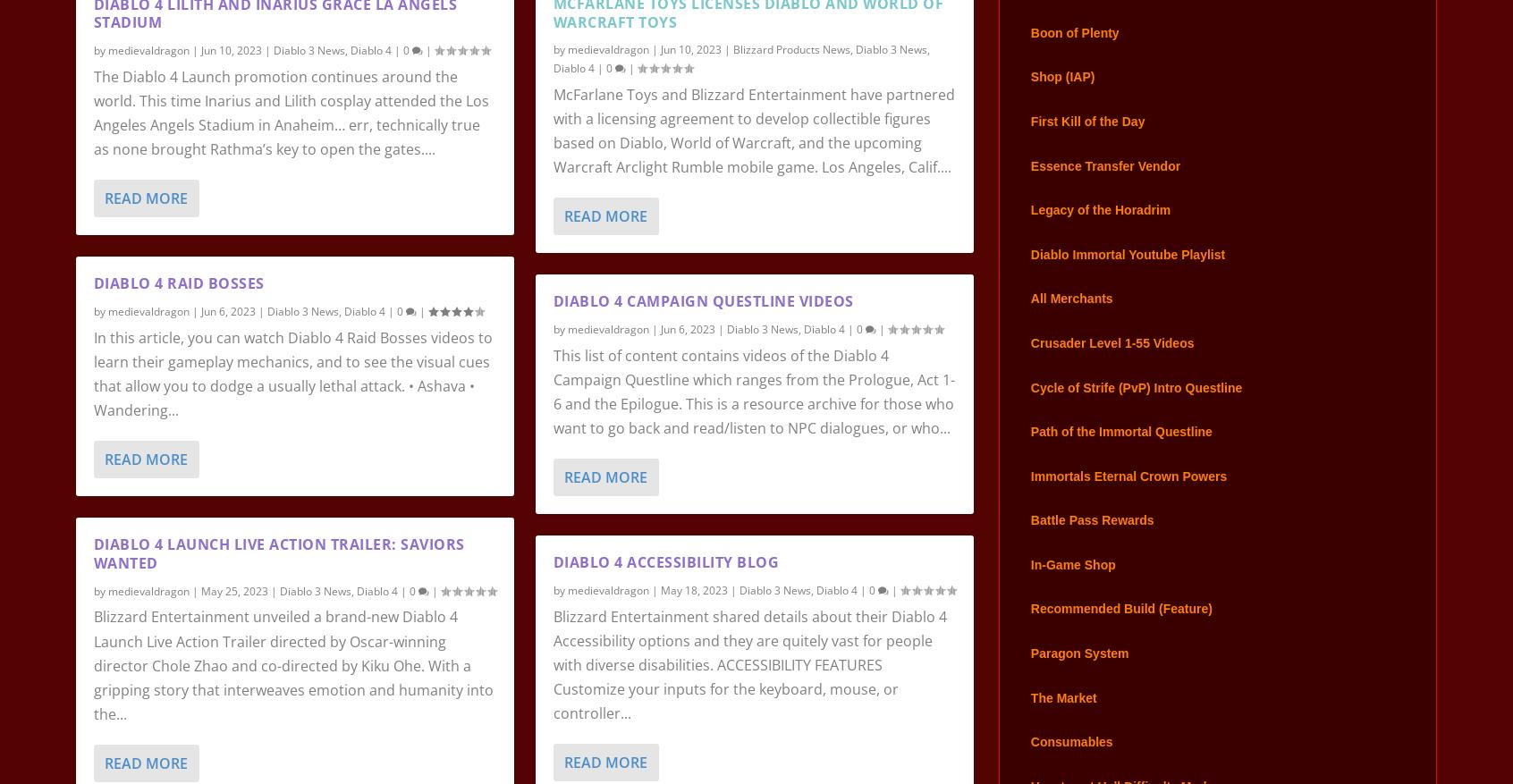 The image size is (1513, 784). What do you see at coordinates (1112, 366) in the screenshot?
I see `'Crusader Level 1-55 Videos'` at bounding box center [1112, 366].